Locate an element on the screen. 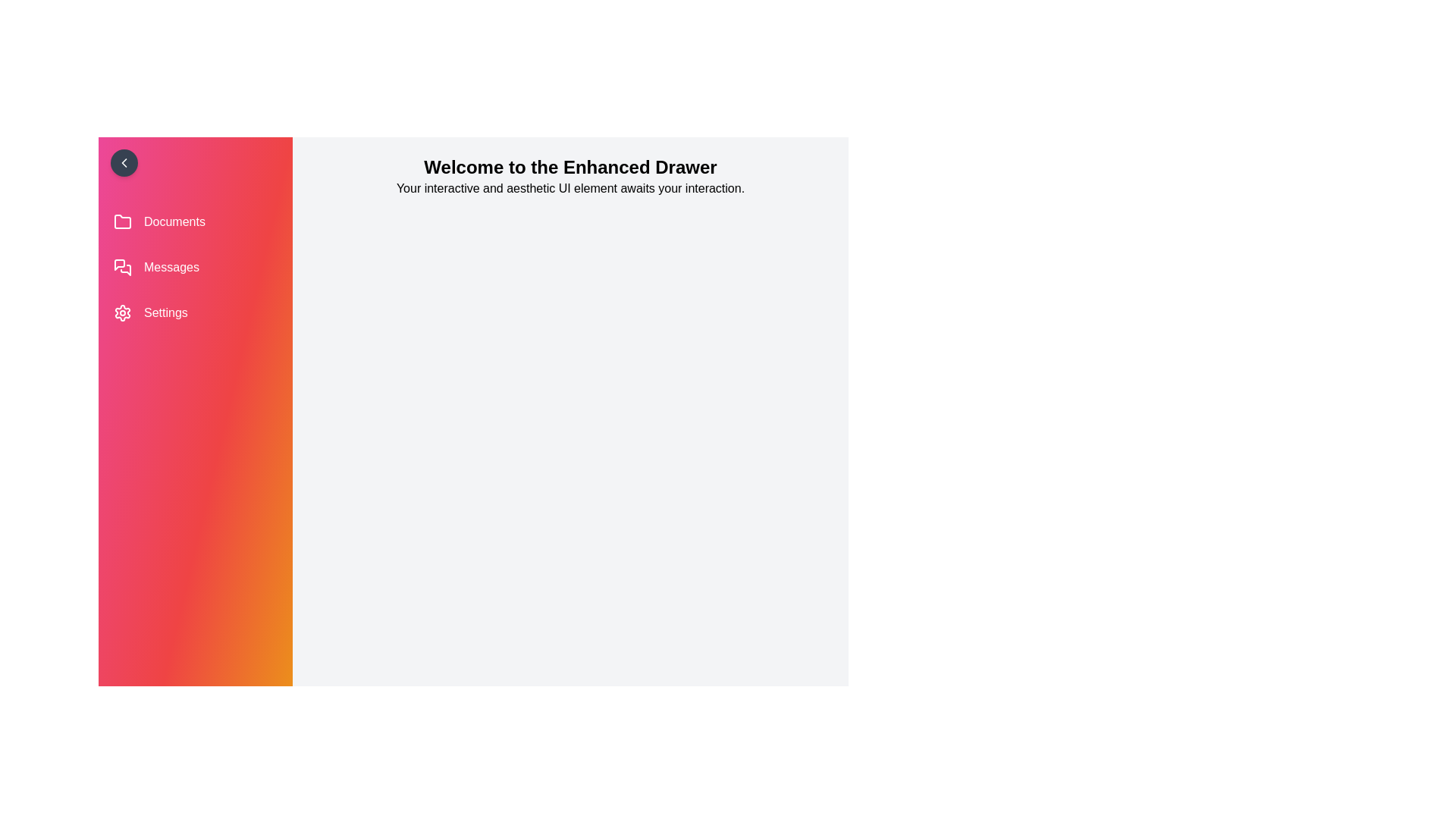 Image resolution: width=1456 pixels, height=819 pixels. the 'Settings' menu item in the drawer is located at coordinates (195, 312).